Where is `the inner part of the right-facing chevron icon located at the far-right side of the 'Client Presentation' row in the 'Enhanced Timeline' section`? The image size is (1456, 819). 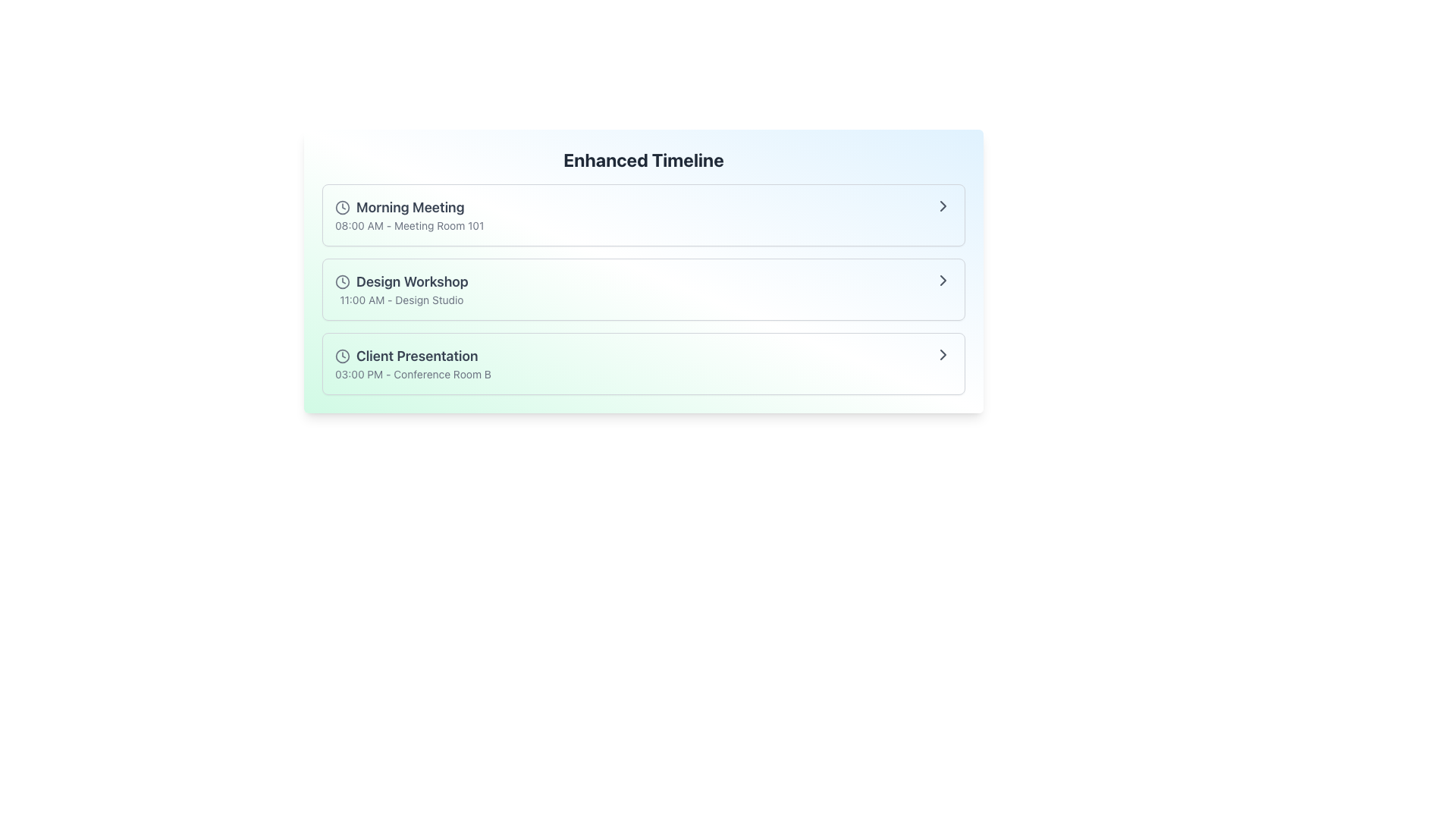
the inner part of the right-facing chevron icon located at the far-right side of the 'Client Presentation' row in the 'Enhanced Timeline' section is located at coordinates (942, 354).